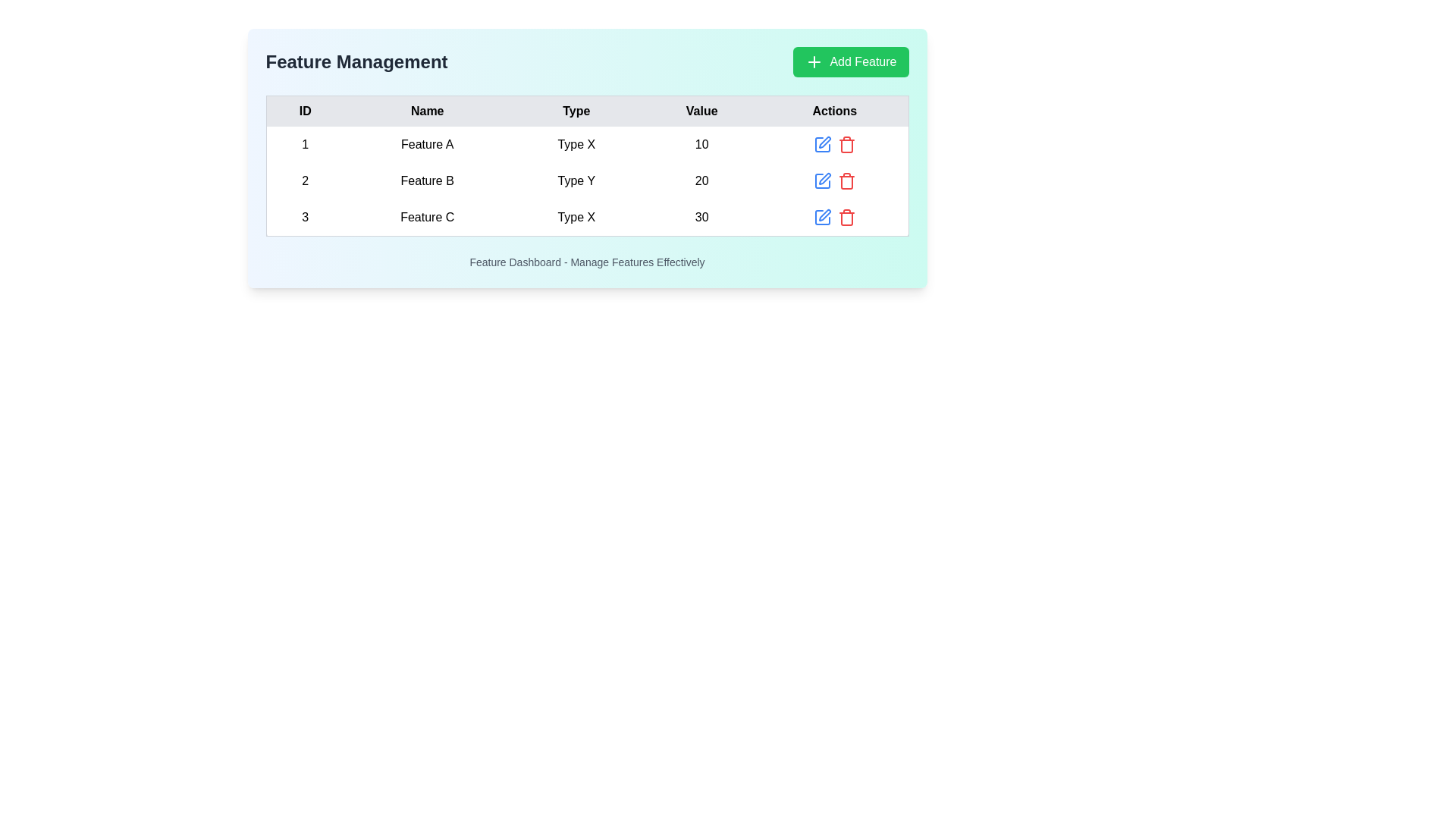  Describe the element at coordinates (426, 180) in the screenshot. I see `the text label reading 'Feature B' located in the second row of the table under the 'Name' column` at that location.